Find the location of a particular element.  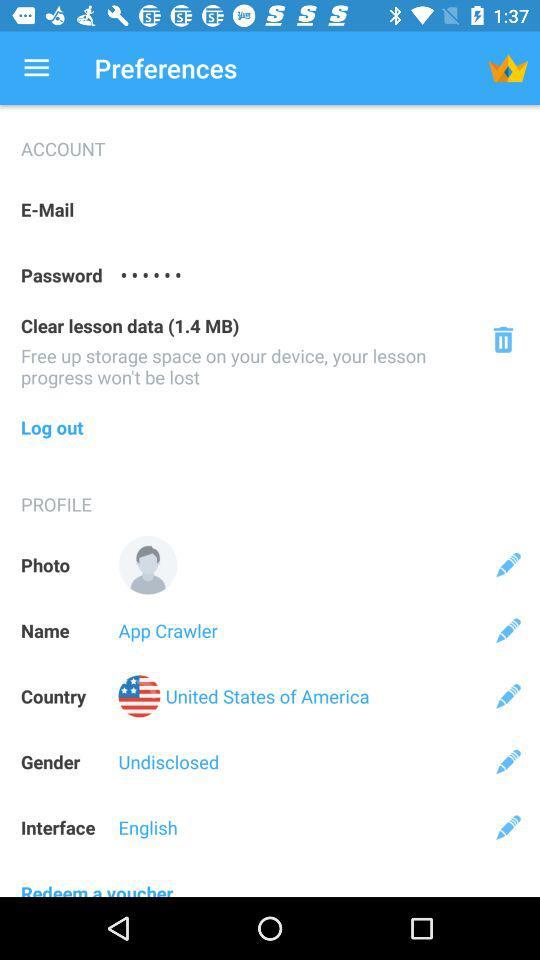

the edit icon is located at coordinates (508, 565).